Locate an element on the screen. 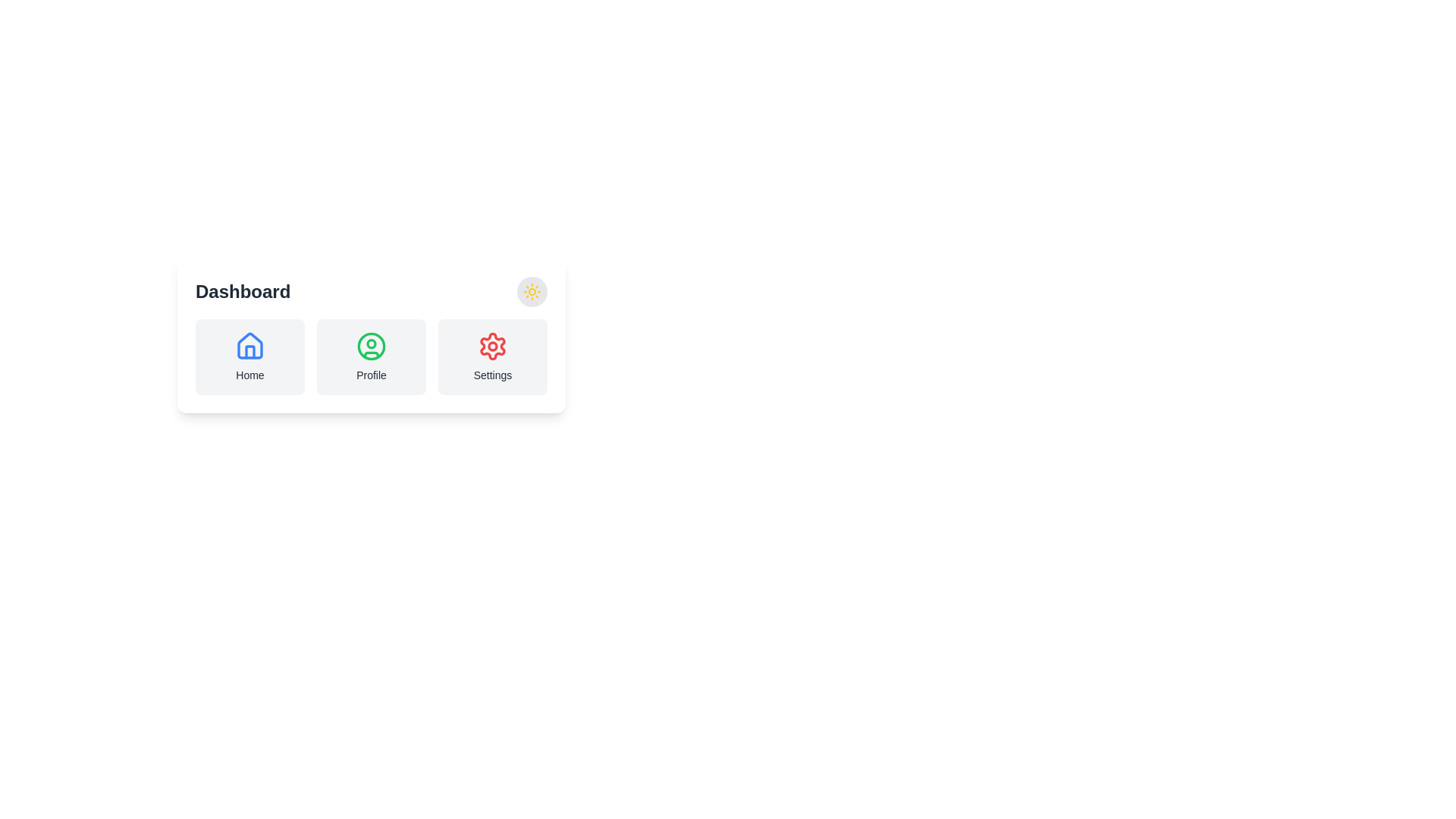 The width and height of the screenshot is (1456, 819). the 'Settings' text label that serves as a descriptor for its associated gear icon, positioned below it in the UI is located at coordinates (492, 375).